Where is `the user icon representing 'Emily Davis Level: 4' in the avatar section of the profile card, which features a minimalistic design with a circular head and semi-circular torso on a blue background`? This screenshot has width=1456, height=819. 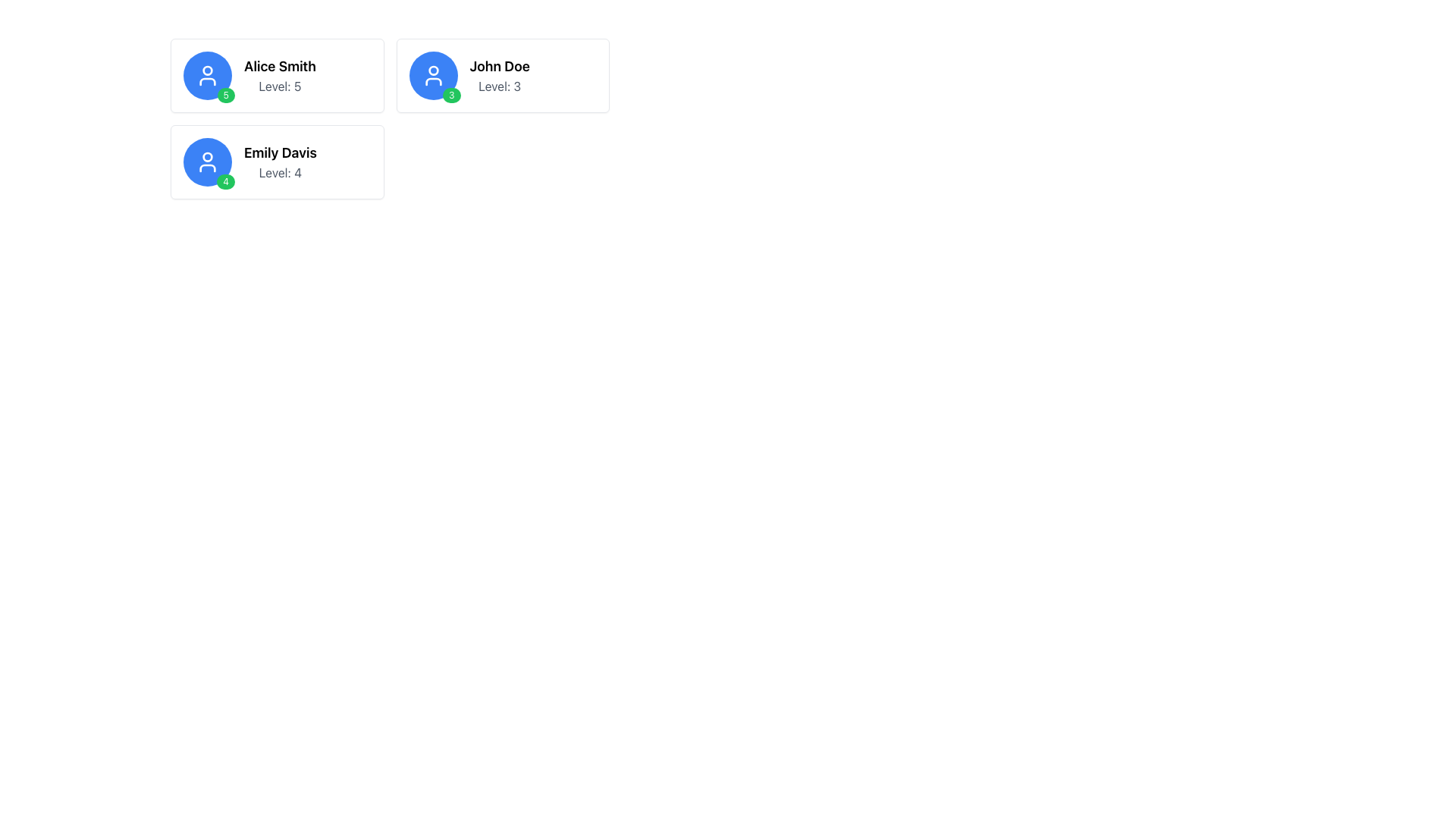
the user icon representing 'Emily Davis Level: 4' in the avatar section of the profile card, which features a minimalistic design with a circular head and semi-circular torso on a blue background is located at coordinates (206, 162).